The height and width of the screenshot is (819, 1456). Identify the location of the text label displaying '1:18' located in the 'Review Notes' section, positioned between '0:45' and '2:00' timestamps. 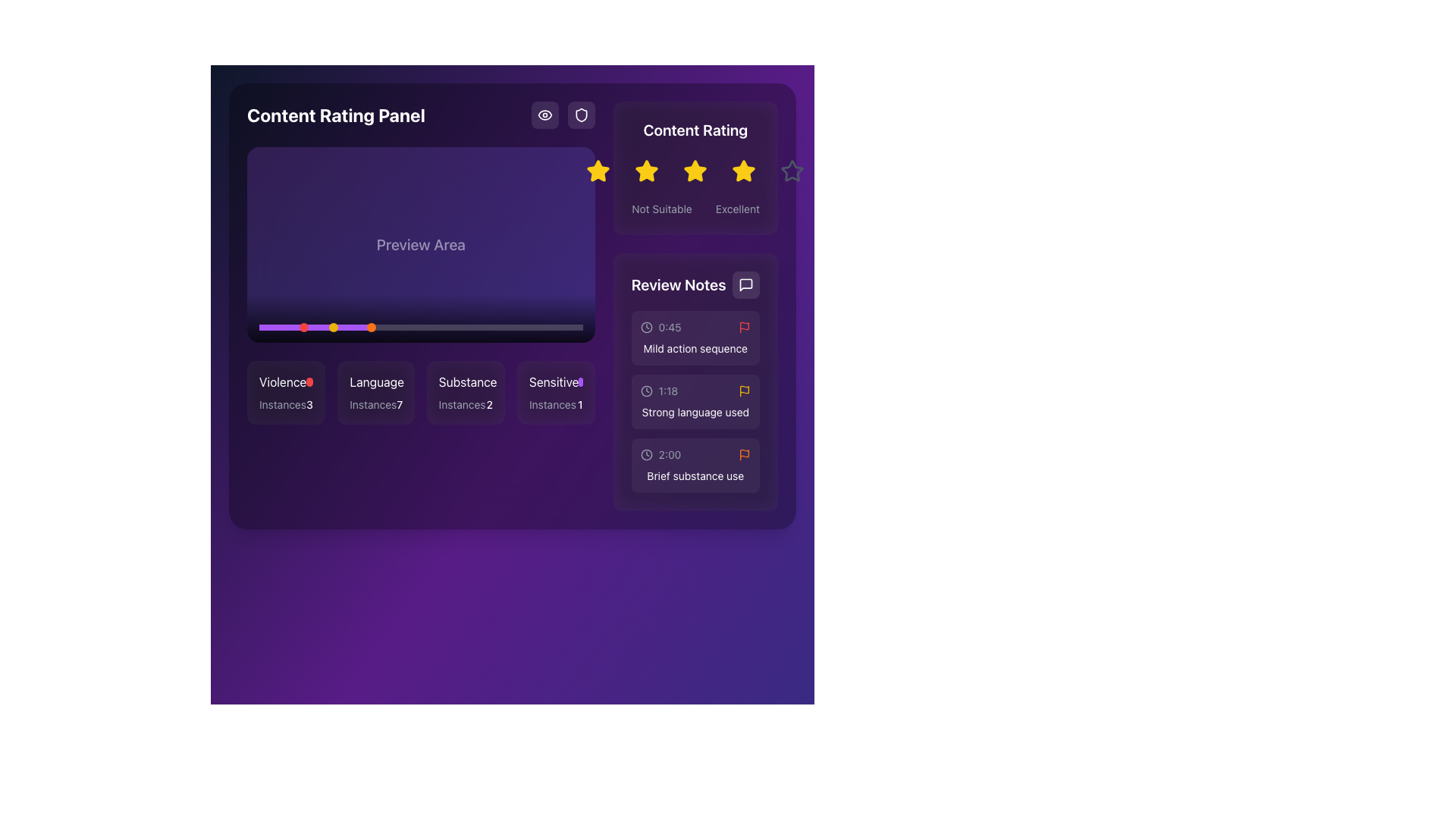
(667, 391).